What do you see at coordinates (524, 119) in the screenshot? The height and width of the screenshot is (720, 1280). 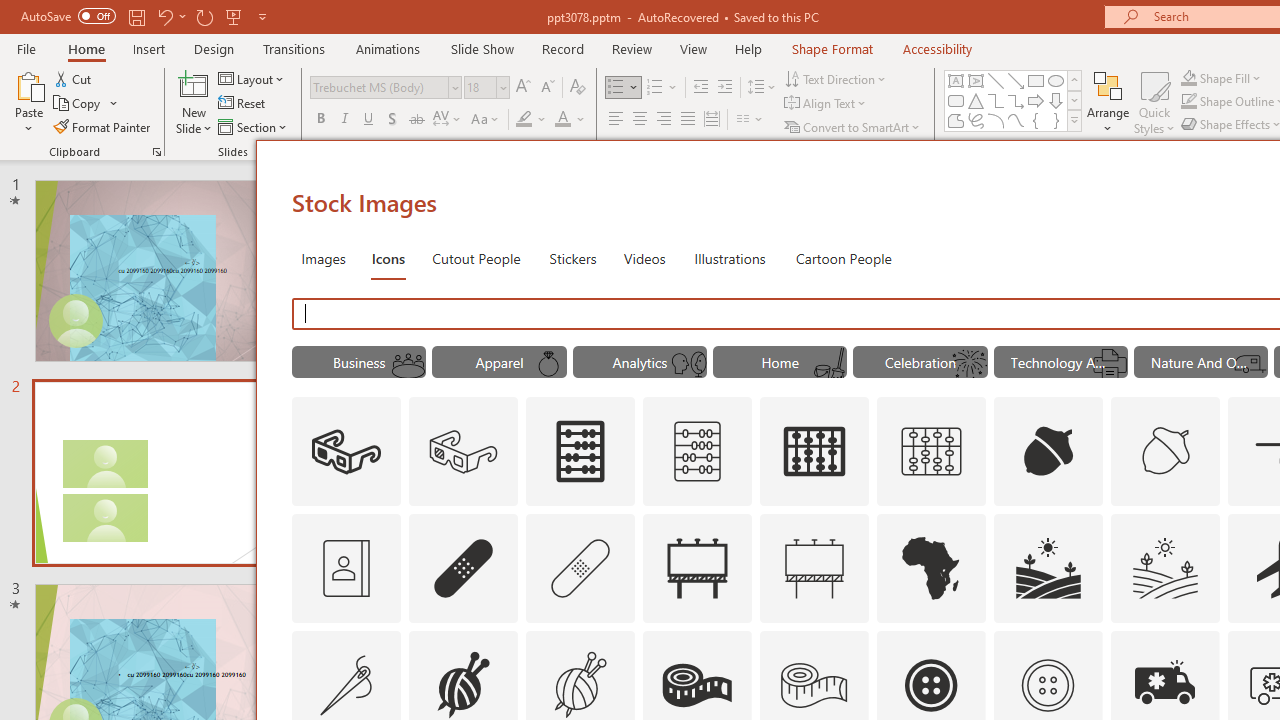 I see `'Text Highlight Color Yellow'` at bounding box center [524, 119].